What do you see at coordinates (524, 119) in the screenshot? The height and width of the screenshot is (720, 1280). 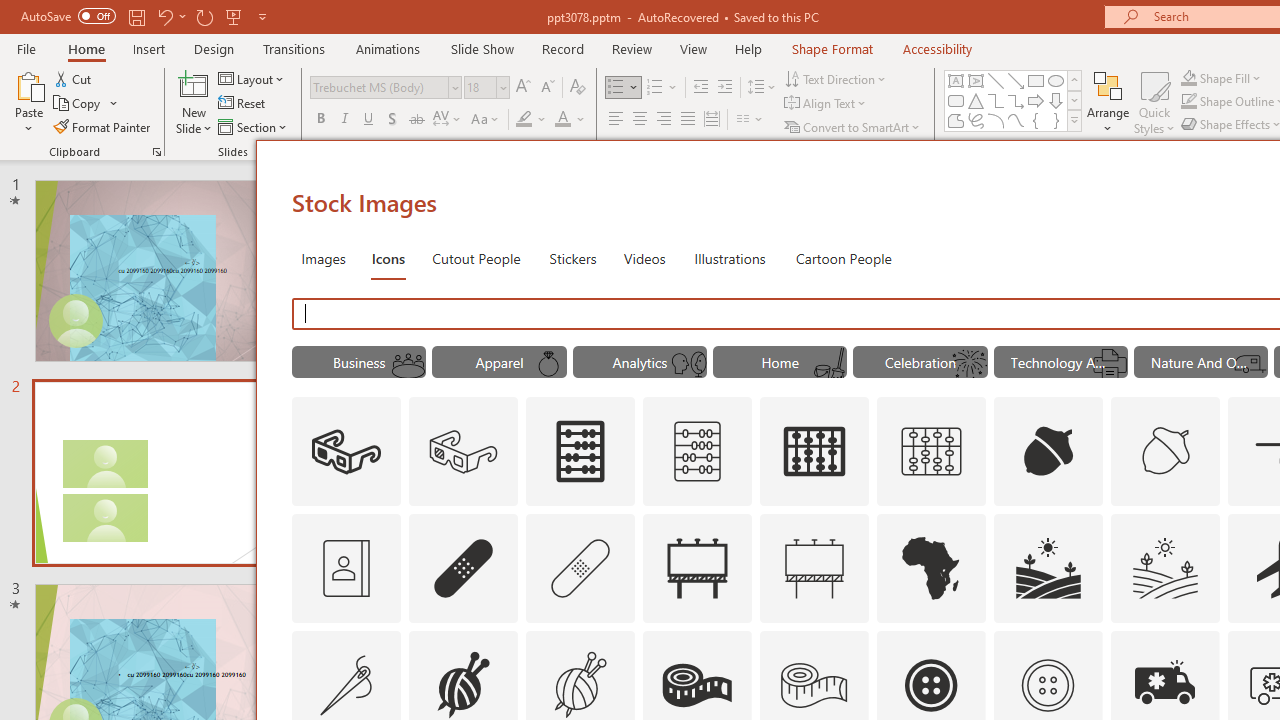 I see `'Text Highlight Color Yellow'` at bounding box center [524, 119].